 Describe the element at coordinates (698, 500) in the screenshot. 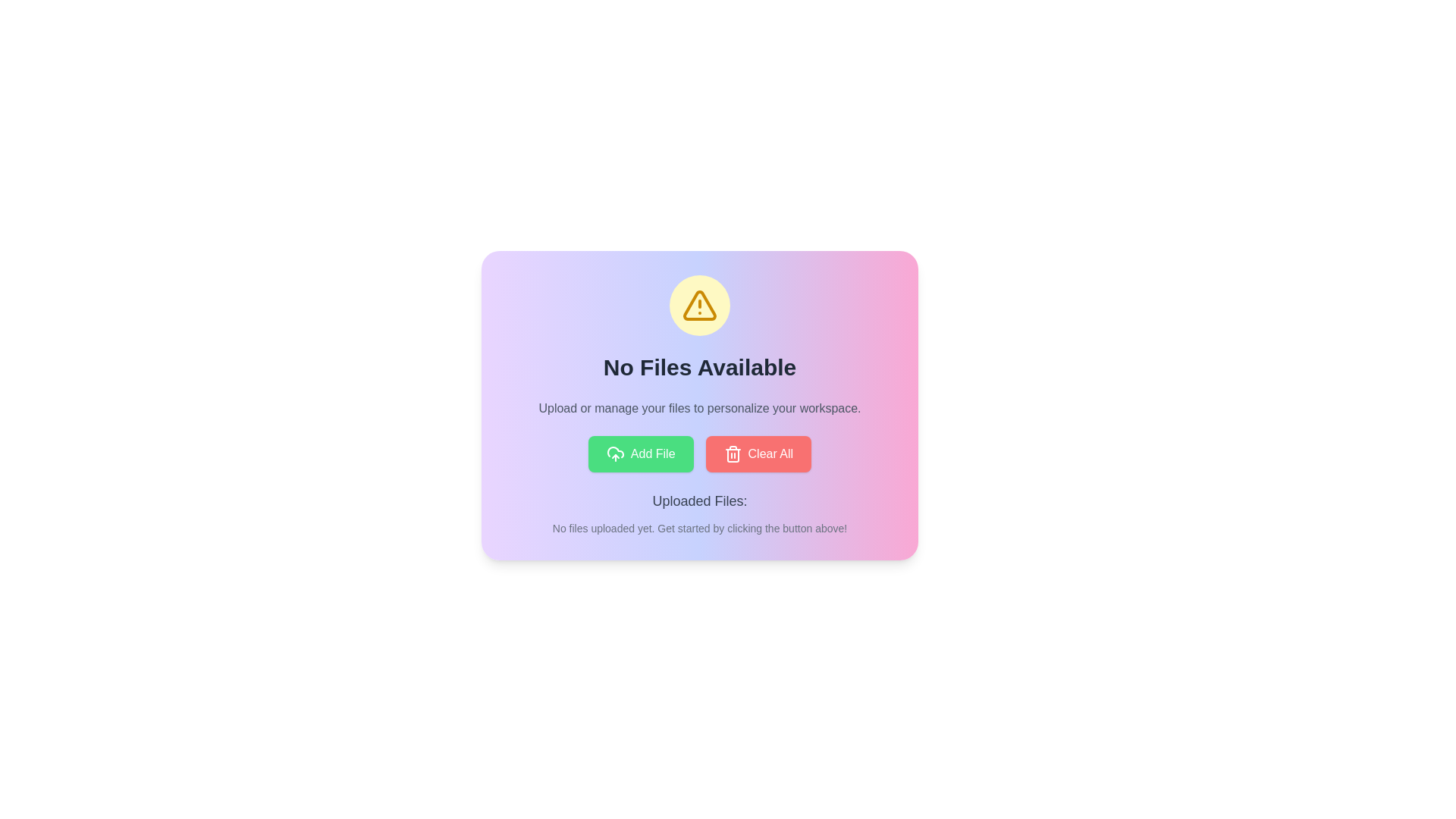

I see `the Text Label indicating the section for uploaded files, which displays the text 'Uploaded Files: No files uploaded yet.'` at that location.